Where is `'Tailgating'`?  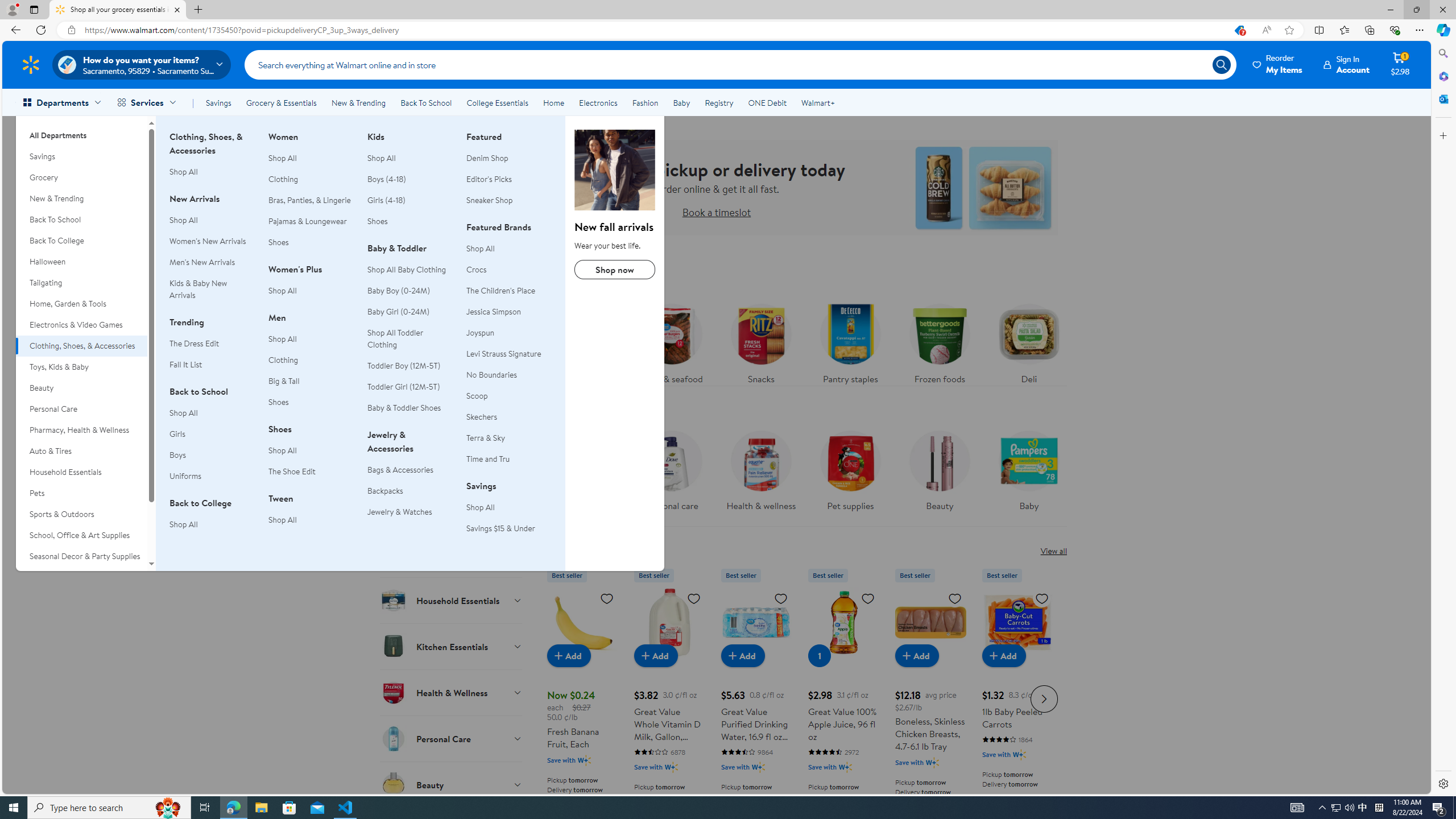
'Tailgating' is located at coordinates (81, 283).